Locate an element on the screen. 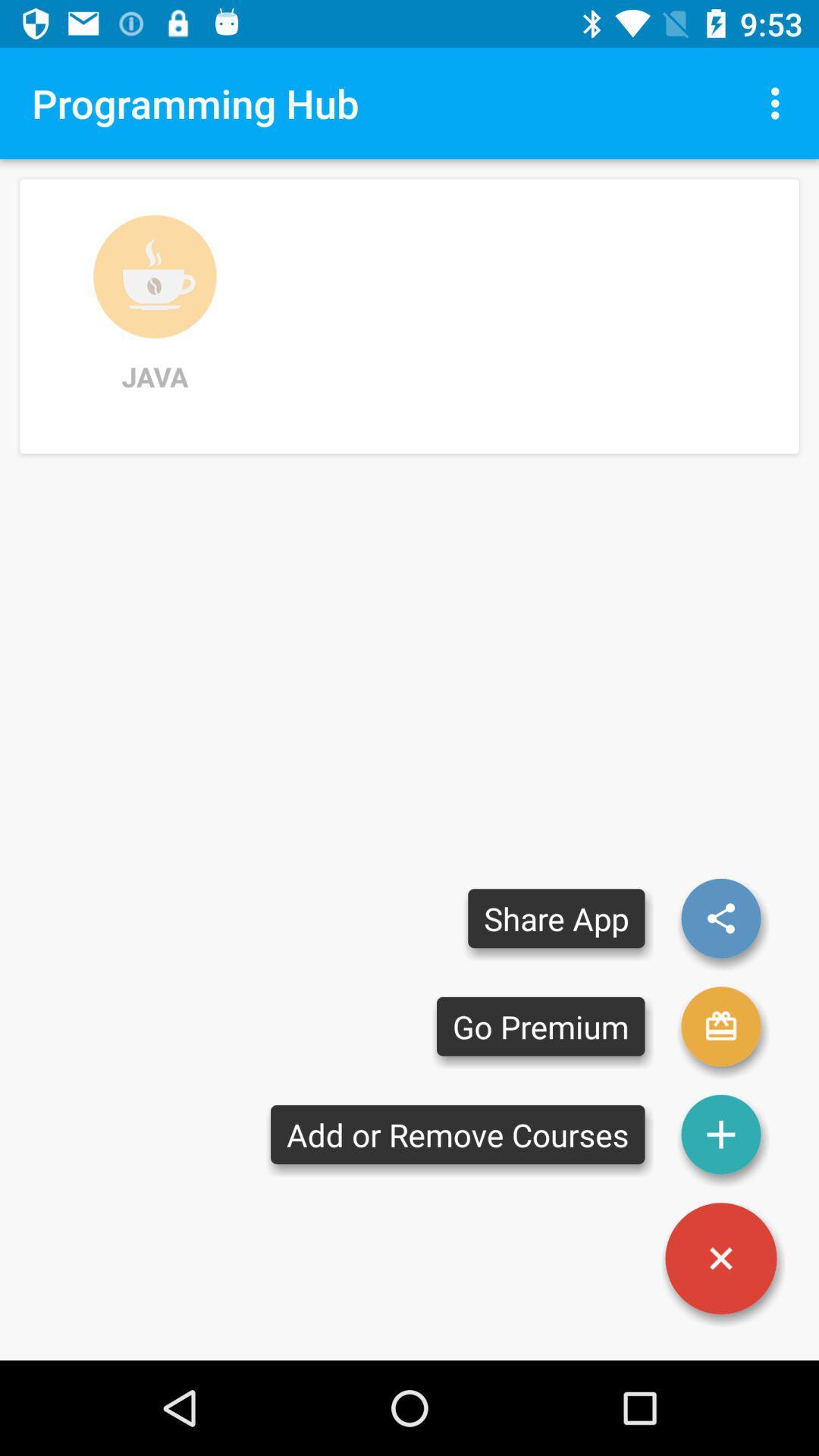 The width and height of the screenshot is (819, 1456). item below the go premium is located at coordinates (457, 1134).